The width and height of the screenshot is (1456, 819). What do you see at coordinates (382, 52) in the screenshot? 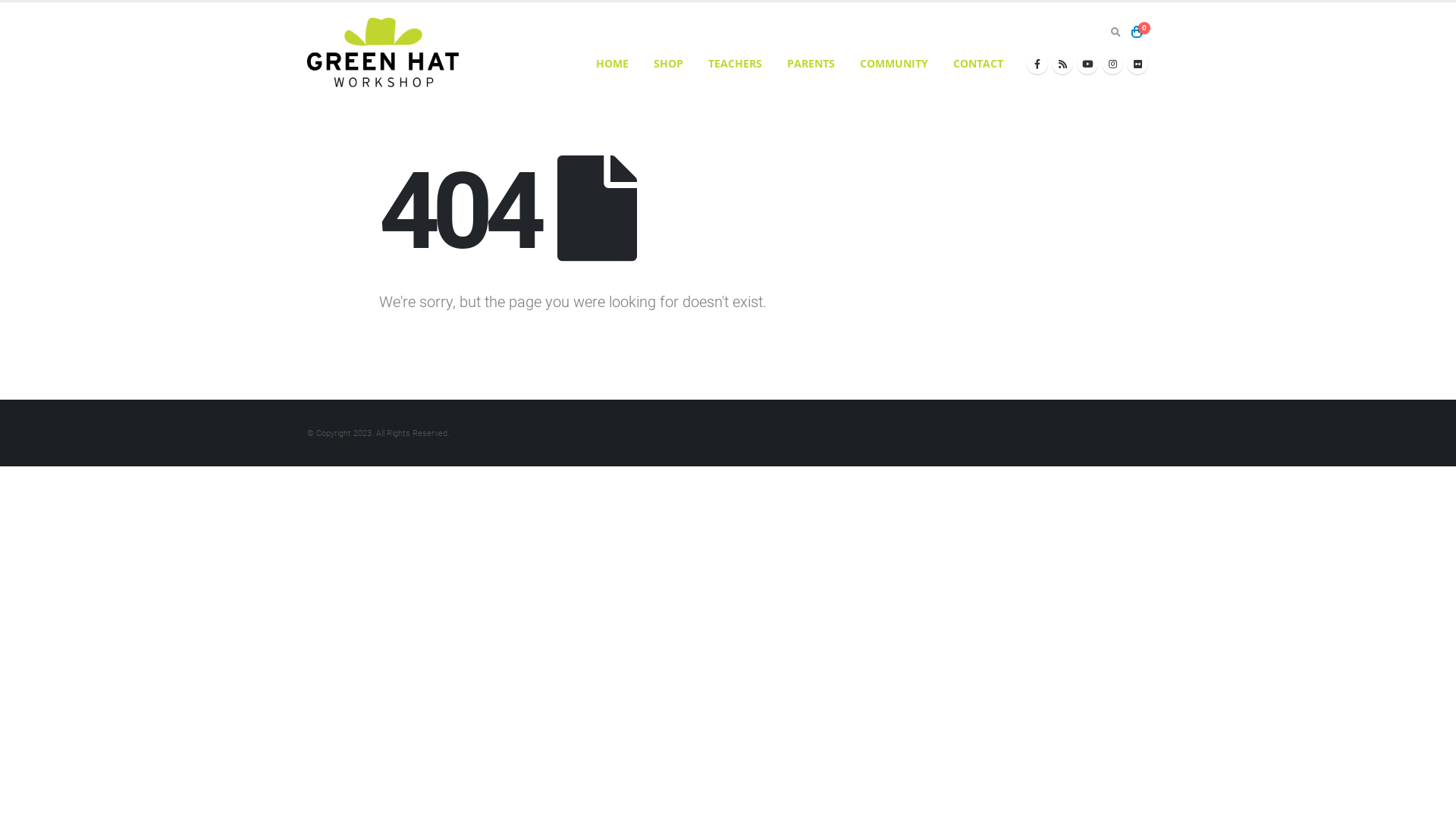
I see `'Greenhatworkshop - Inspiring Creative Minds'` at bounding box center [382, 52].